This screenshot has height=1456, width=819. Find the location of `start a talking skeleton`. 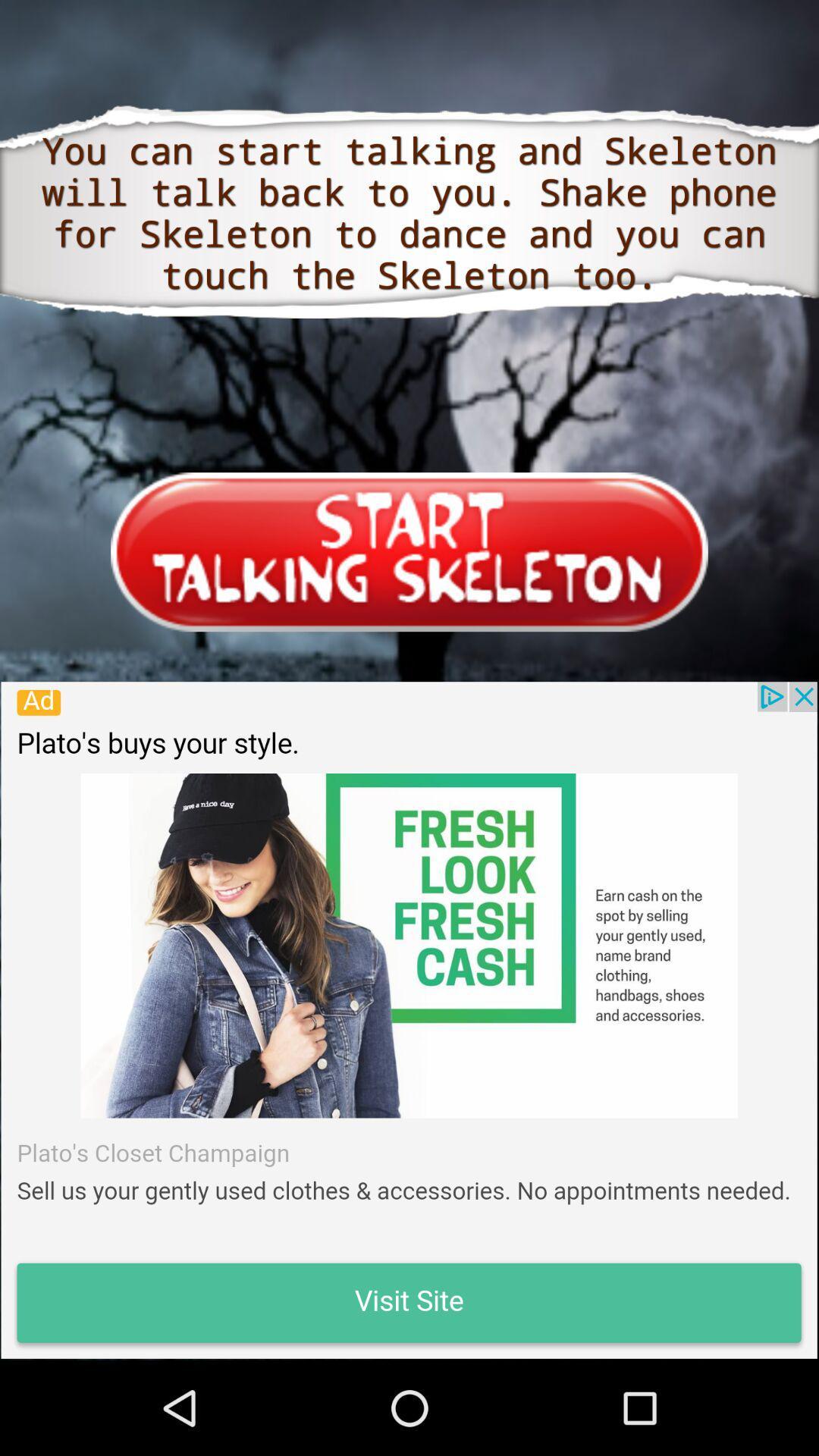

start a talking skeleton is located at coordinates (409, 551).